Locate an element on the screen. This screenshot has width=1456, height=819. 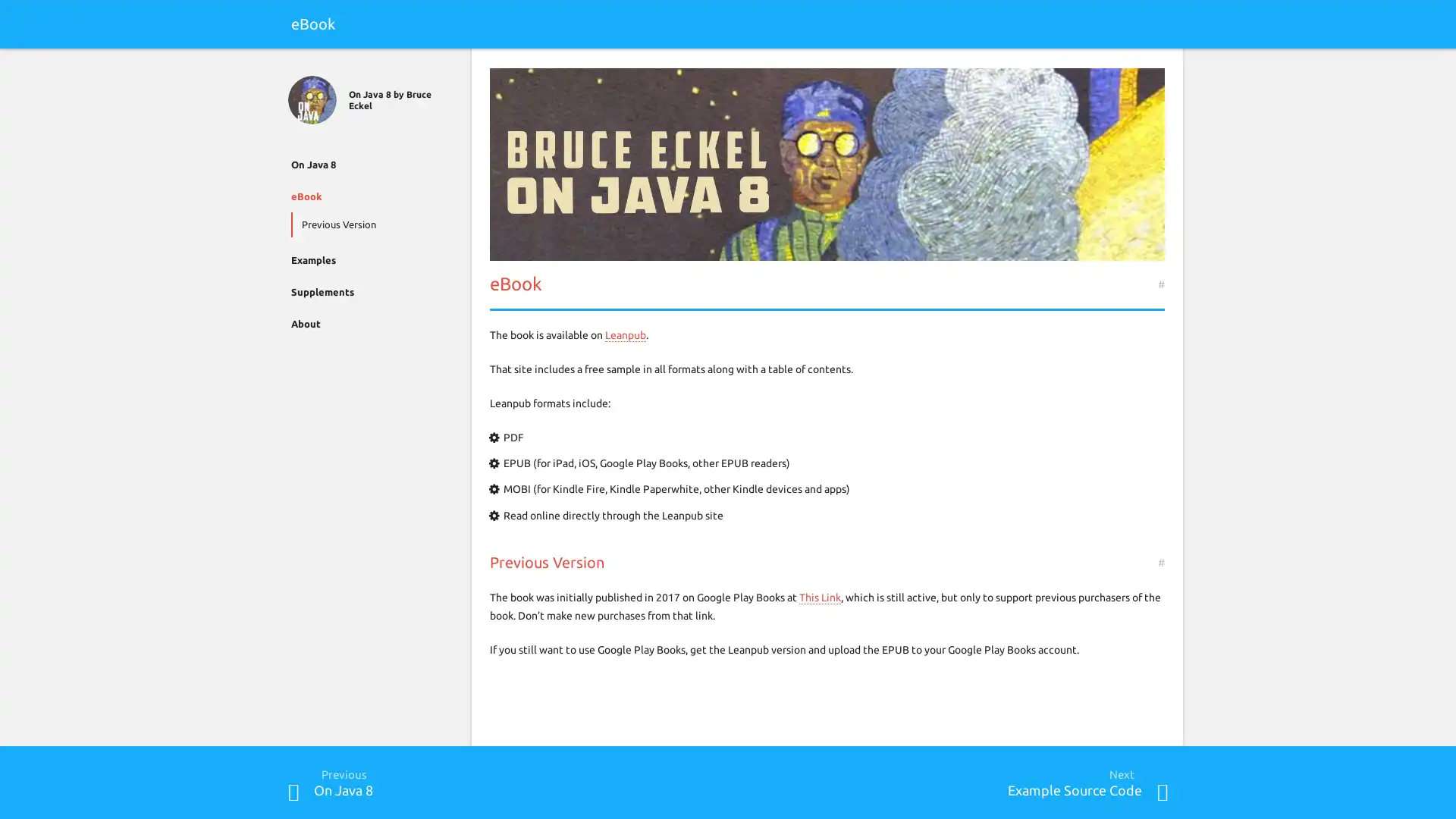
Close is located at coordinates (293, 66).